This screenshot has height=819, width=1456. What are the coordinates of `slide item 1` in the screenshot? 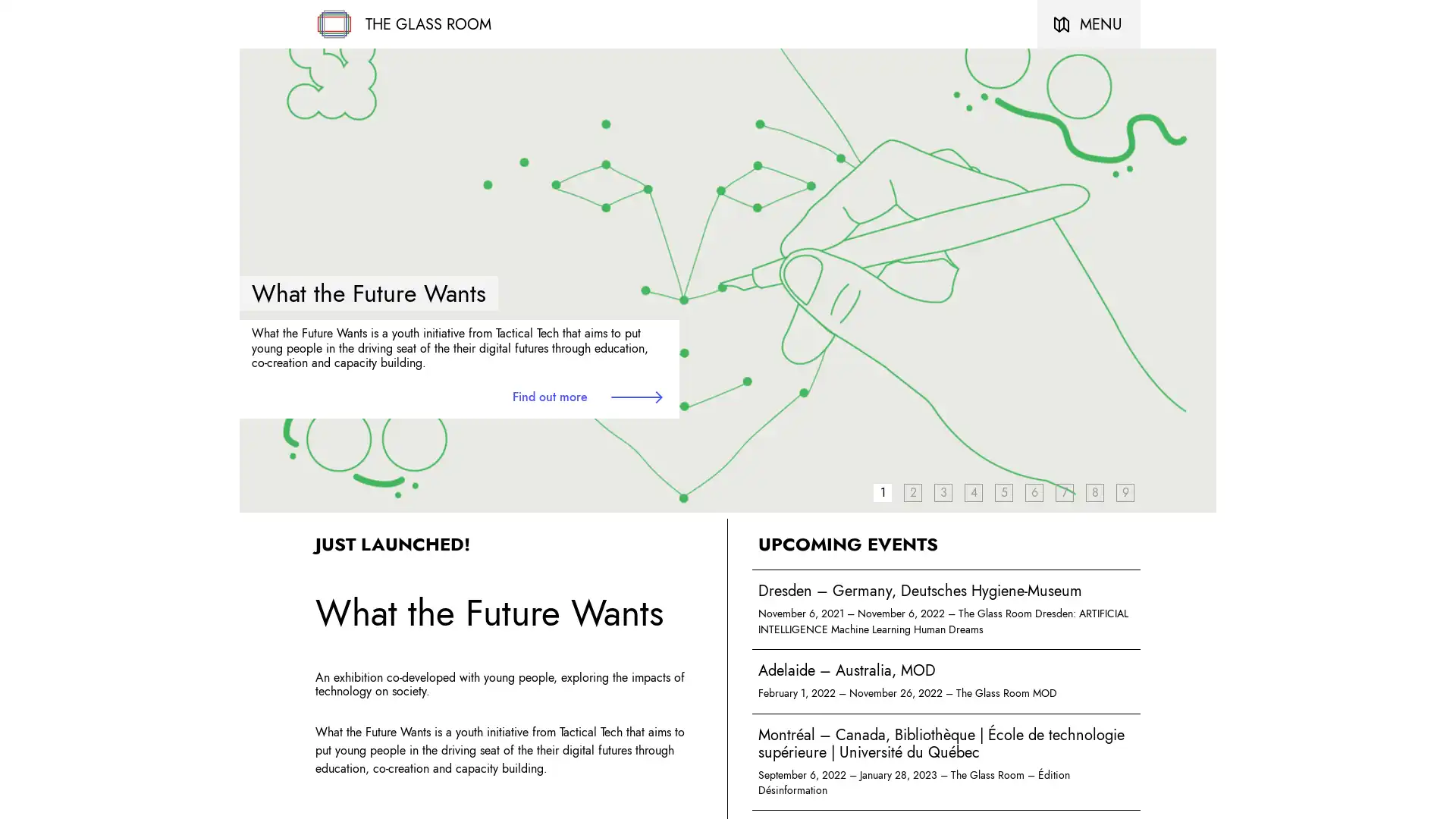 It's located at (882, 491).